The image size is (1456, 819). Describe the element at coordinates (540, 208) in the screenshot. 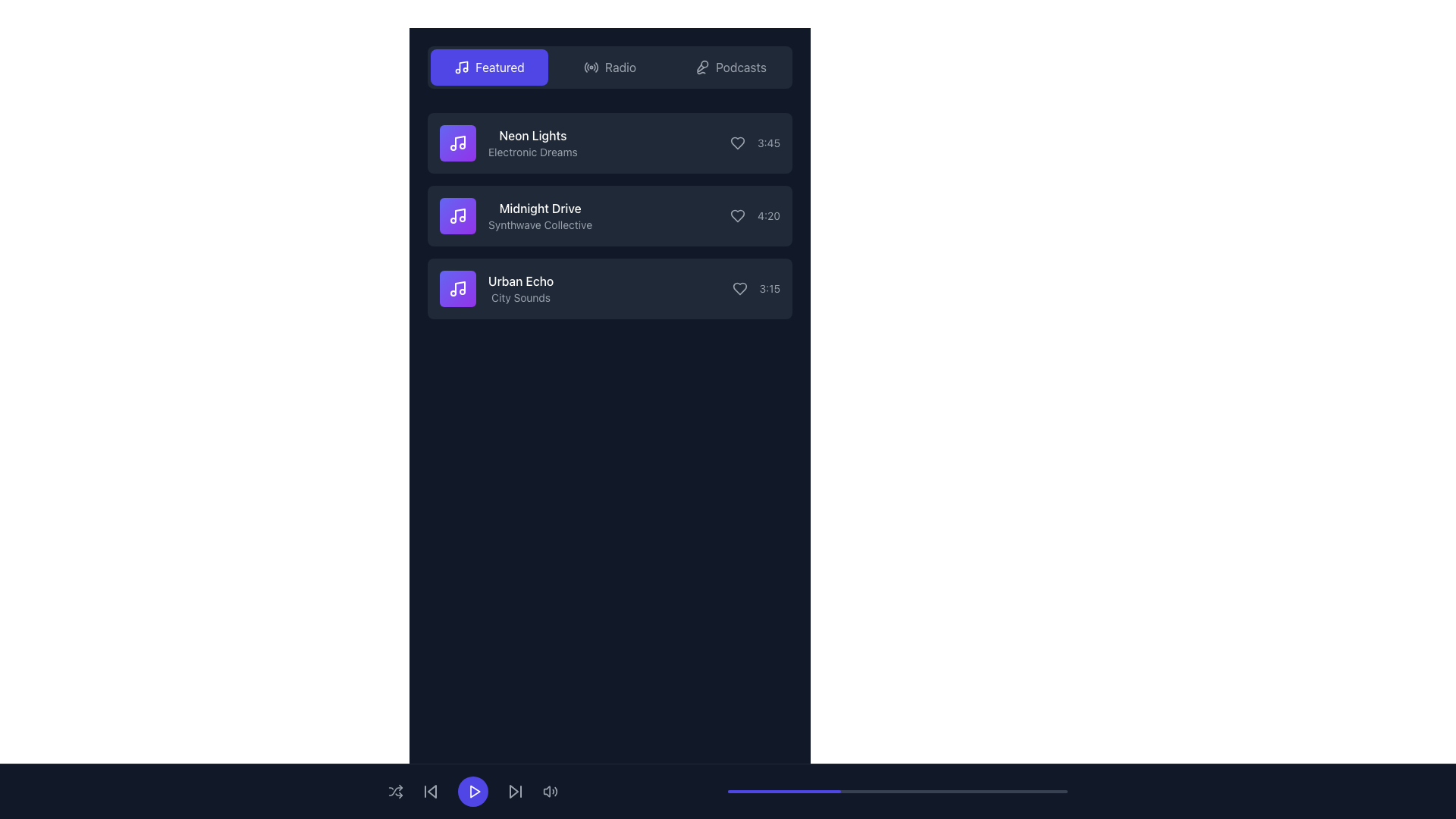

I see `the text label displaying 'Midnight Drive' within the card featuring 'Synthwave Collective' as secondary text` at that location.